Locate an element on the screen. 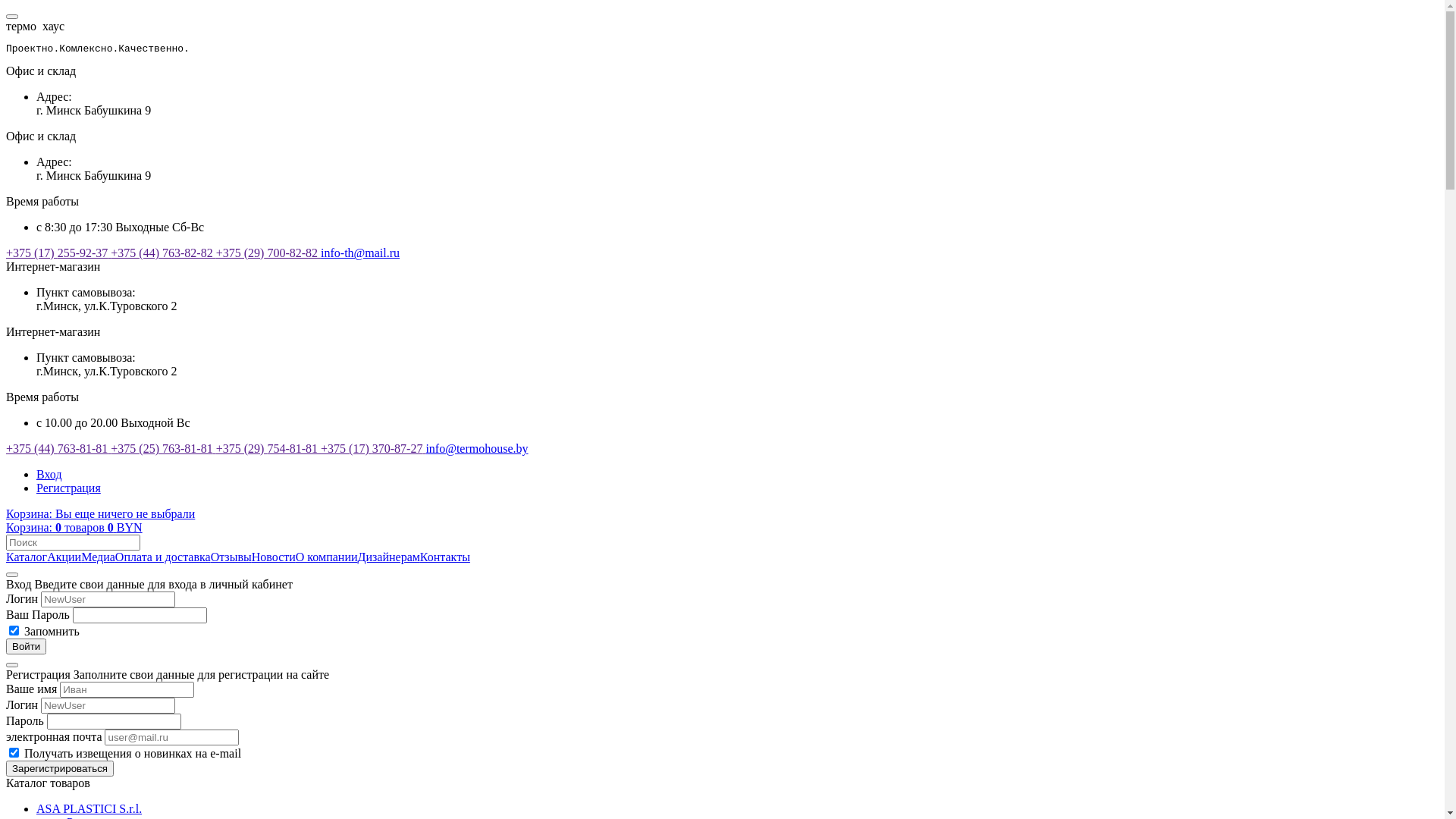  '+375 (44) 763-81-81' is located at coordinates (58, 447).